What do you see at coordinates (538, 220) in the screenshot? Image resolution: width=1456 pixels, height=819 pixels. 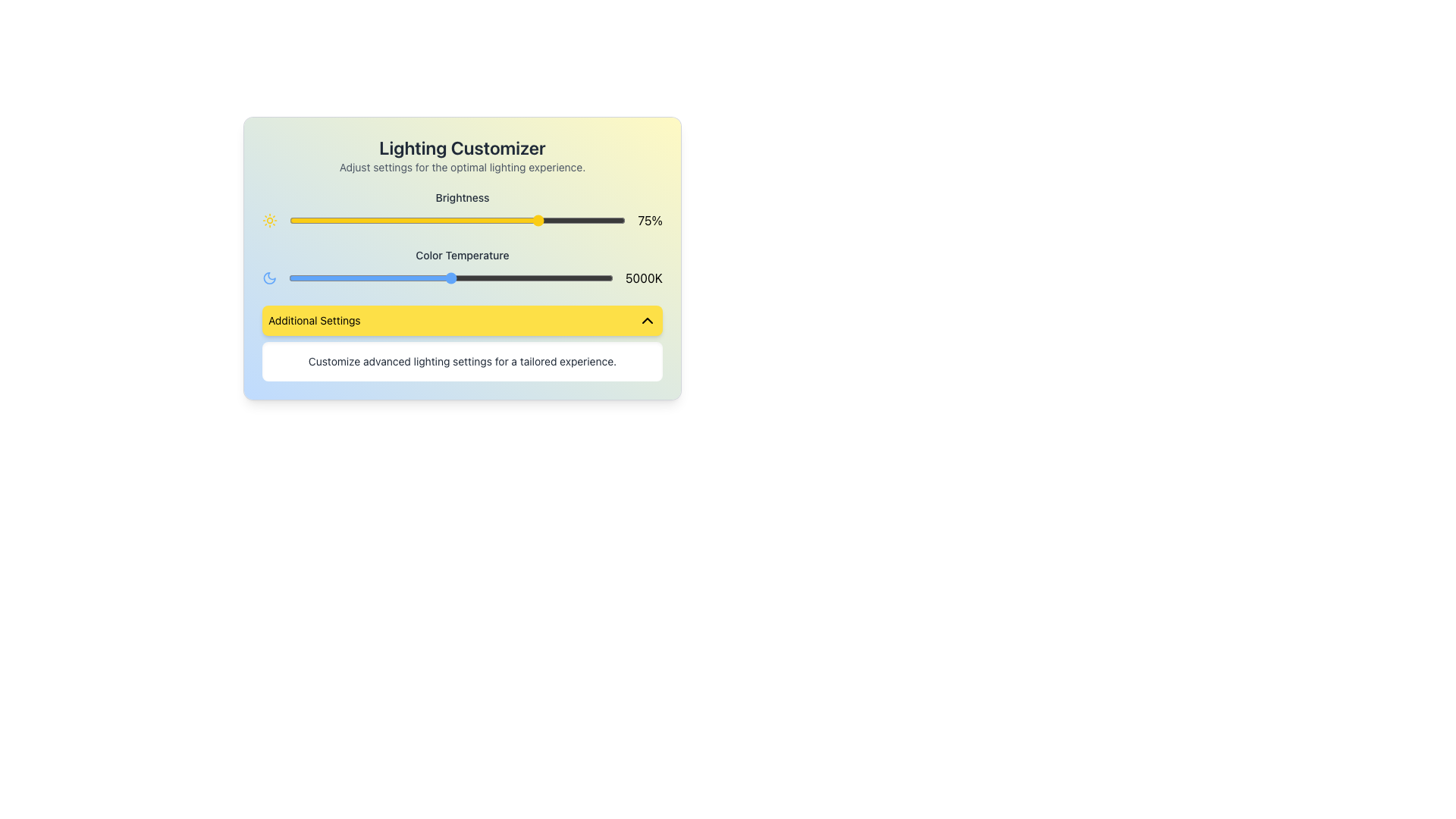 I see `the brightness level` at bounding box center [538, 220].